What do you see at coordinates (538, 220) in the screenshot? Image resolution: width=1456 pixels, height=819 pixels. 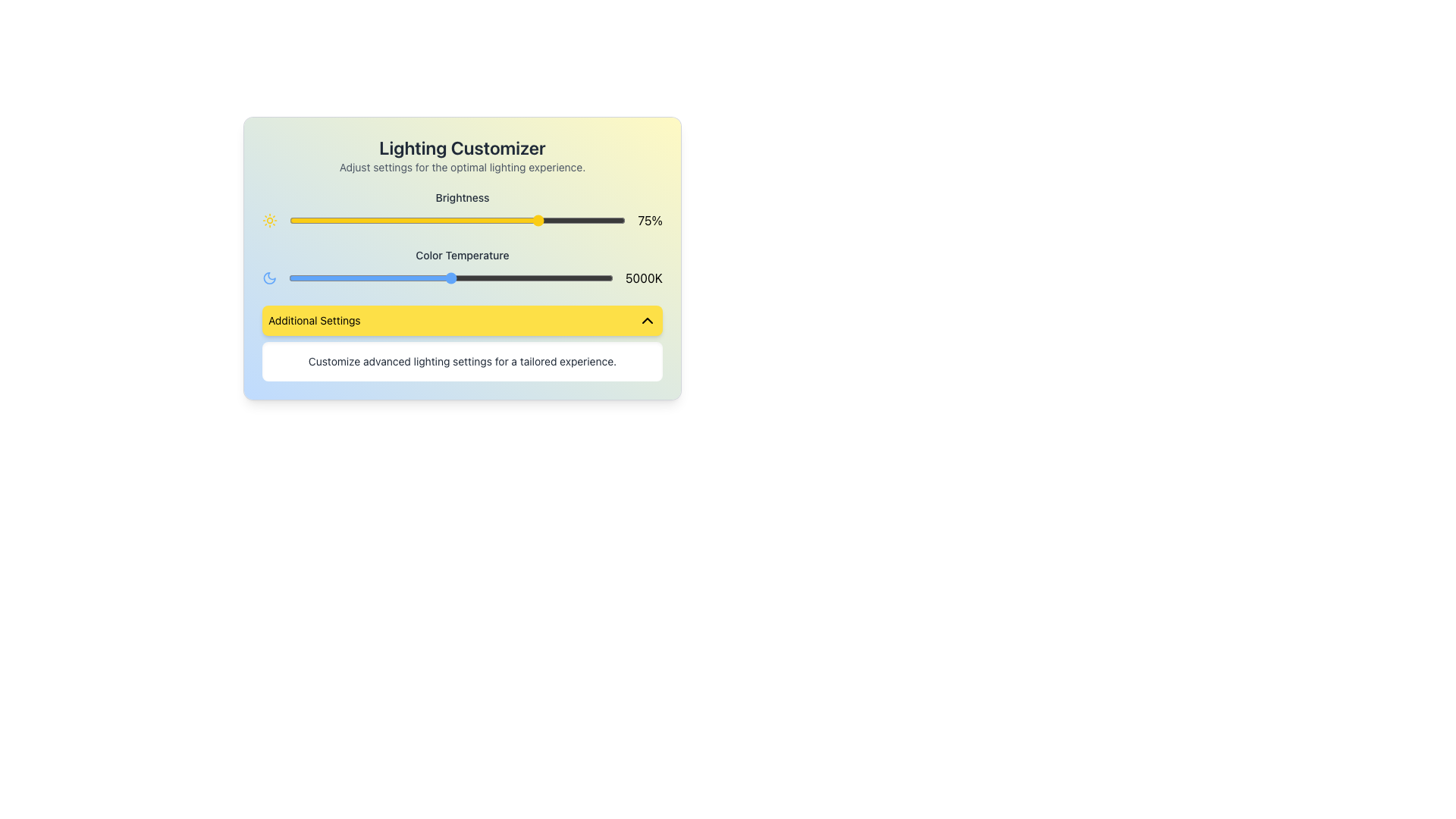 I see `the brightness level` at bounding box center [538, 220].